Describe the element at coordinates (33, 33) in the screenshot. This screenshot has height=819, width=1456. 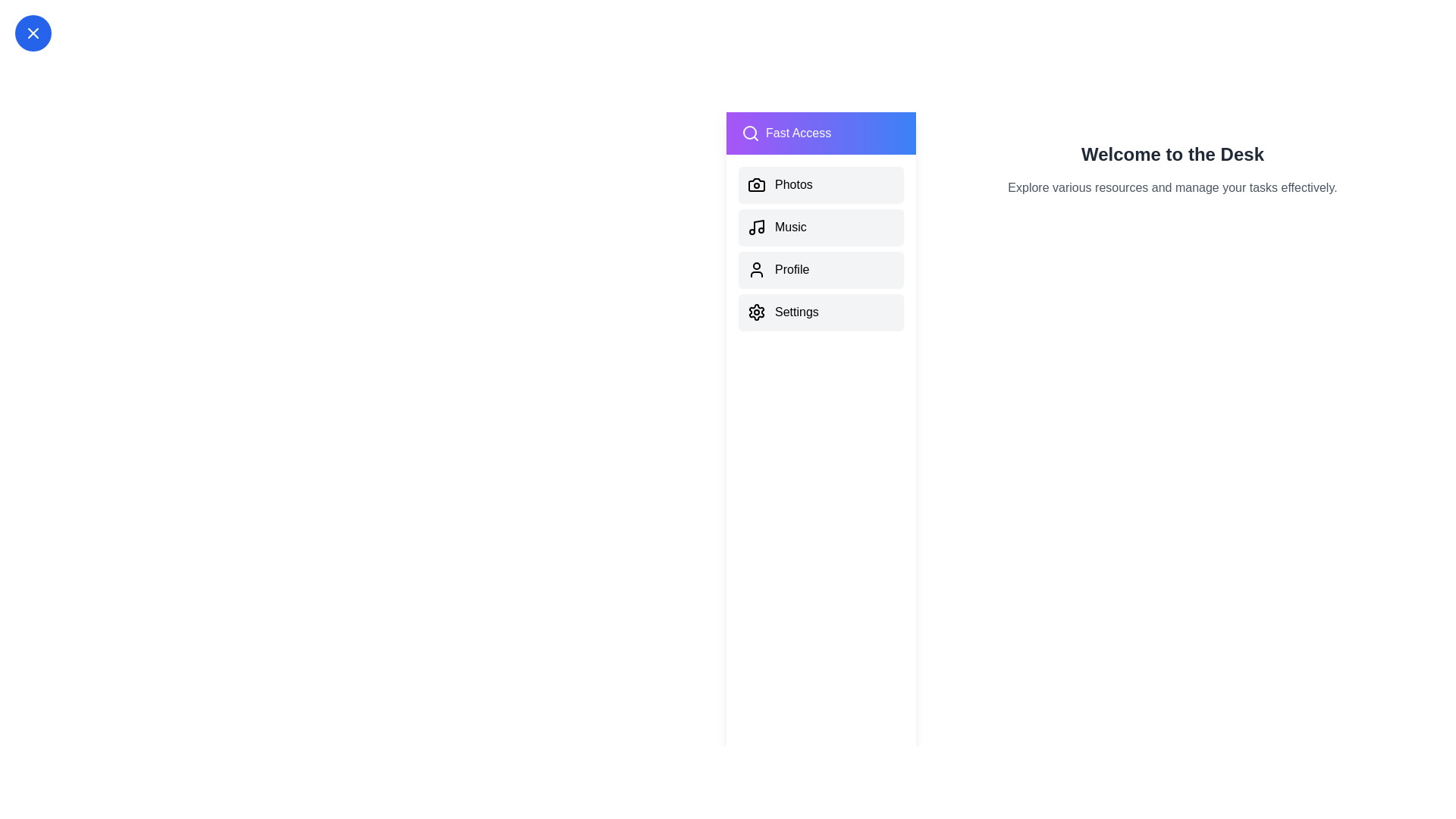
I see `the button at the top-left corner to toggle the drawer visibility` at that location.